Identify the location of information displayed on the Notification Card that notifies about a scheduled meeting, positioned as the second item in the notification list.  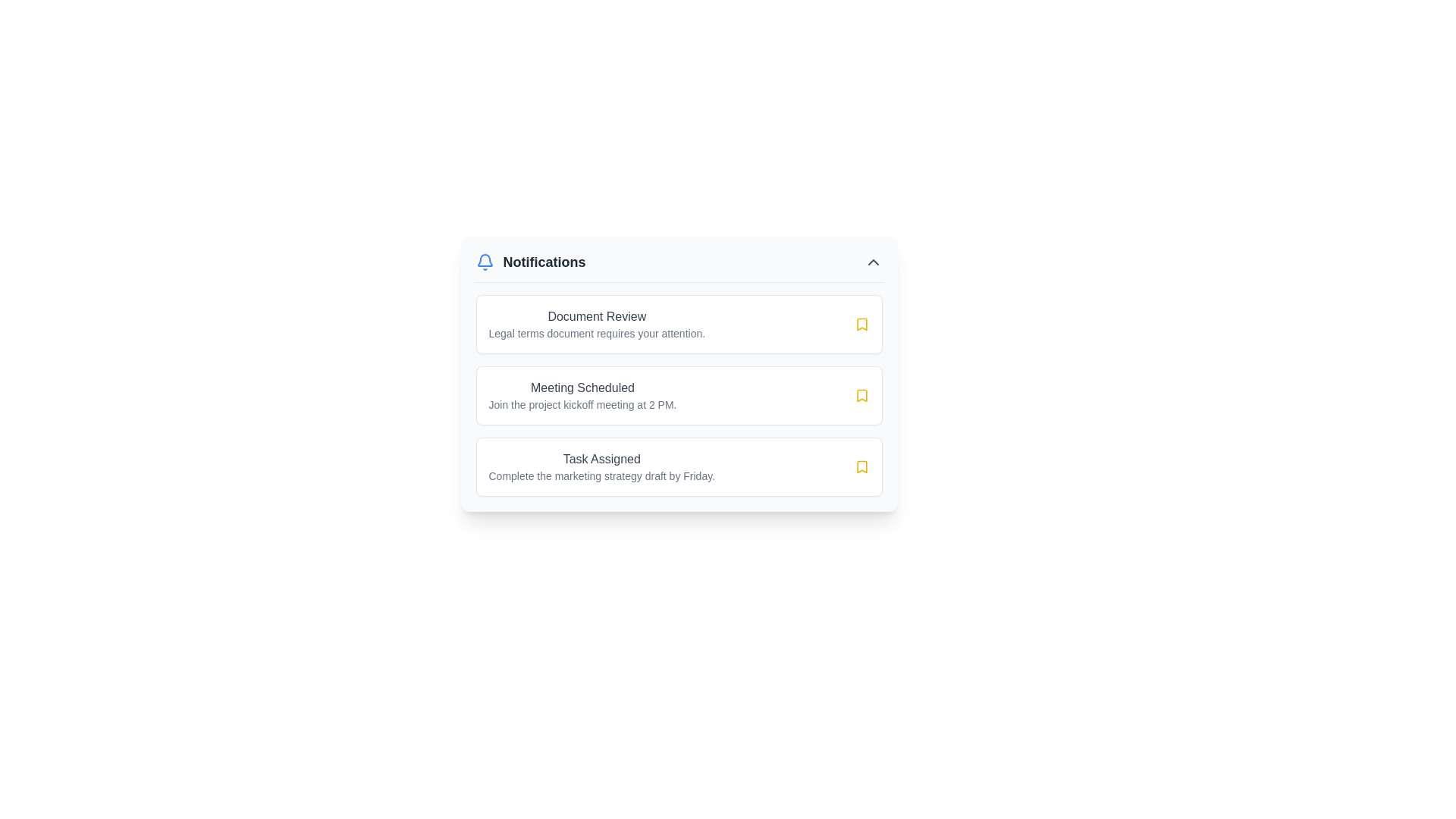
(582, 394).